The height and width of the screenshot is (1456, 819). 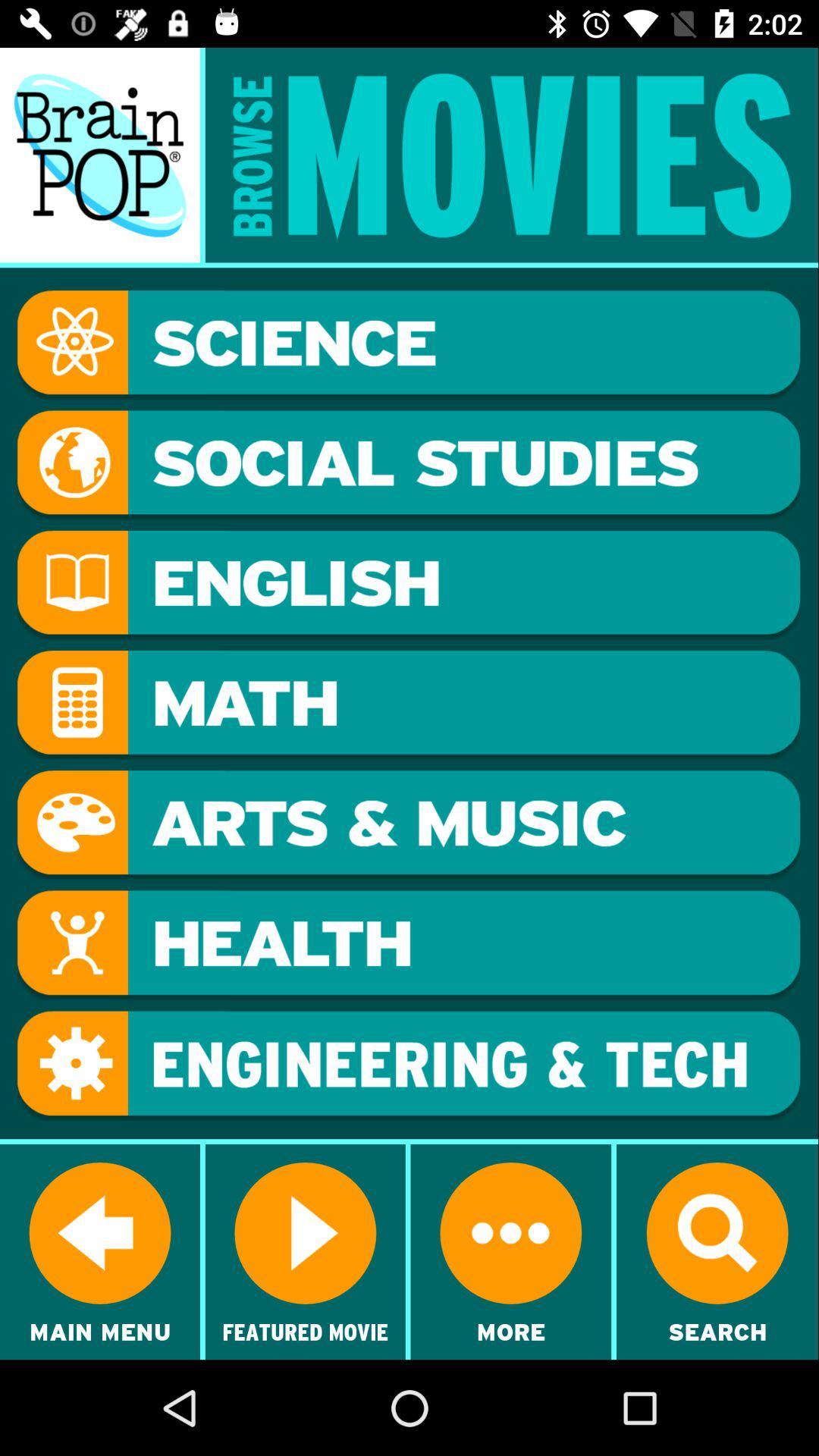 I want to click on browse math, so click(x=408, y=704).